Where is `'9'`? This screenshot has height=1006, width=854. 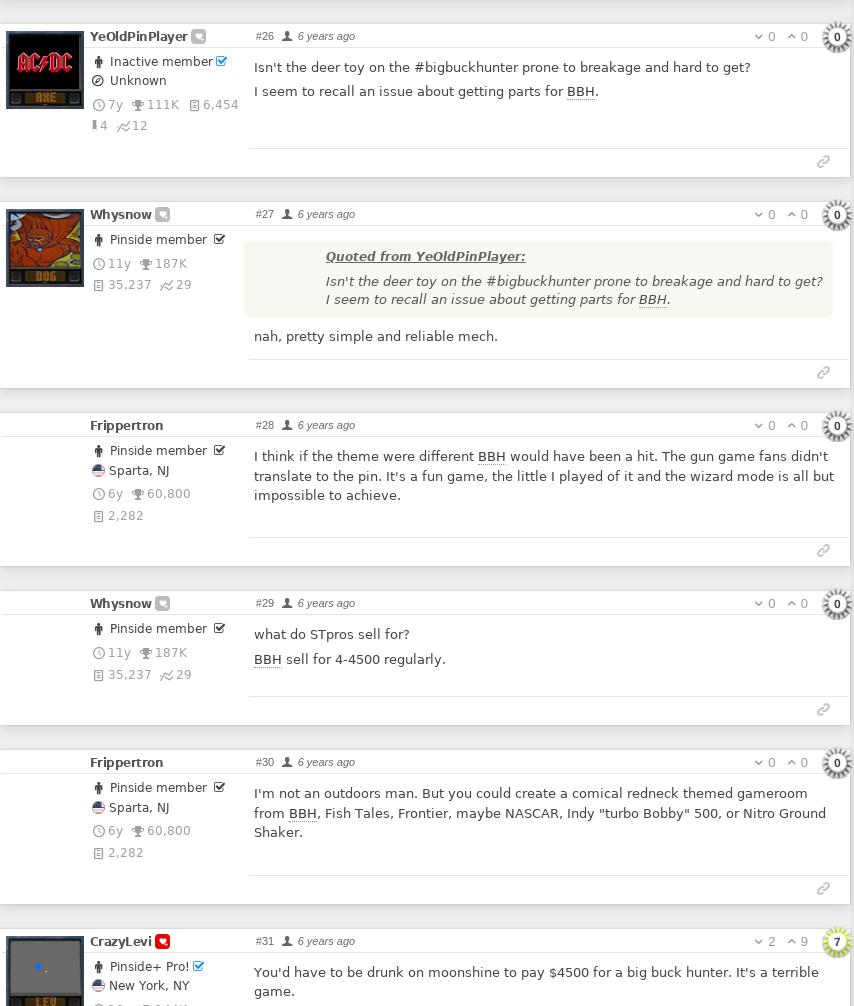
'9' is located at coordinates (803, 939).